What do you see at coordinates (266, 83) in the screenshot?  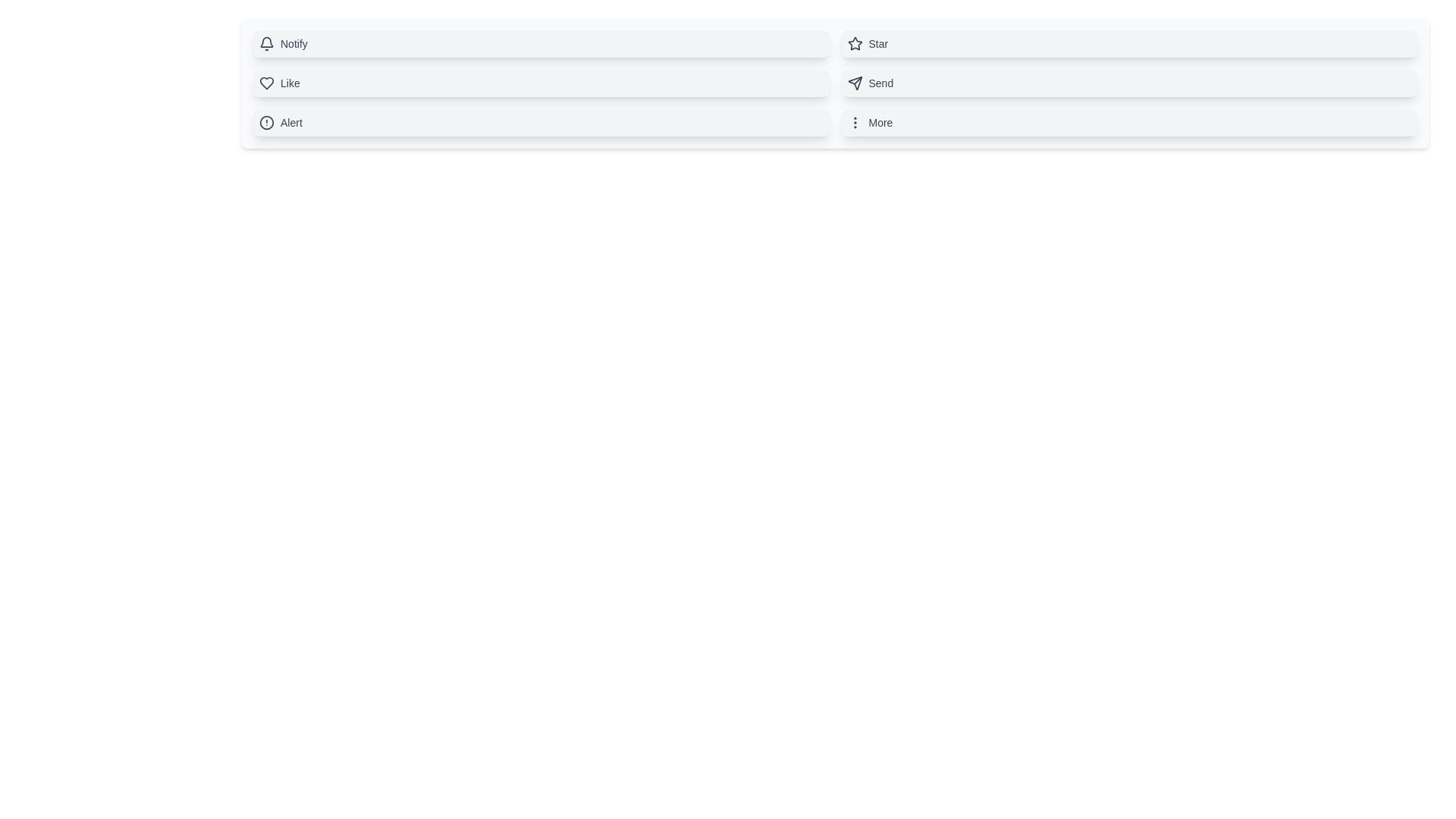 I see `the Heart-shaped icon representing the 'Like' action, which is positioned to the left of the 'Like' text label within a horizontal layout` at bounding box center [266, 83].